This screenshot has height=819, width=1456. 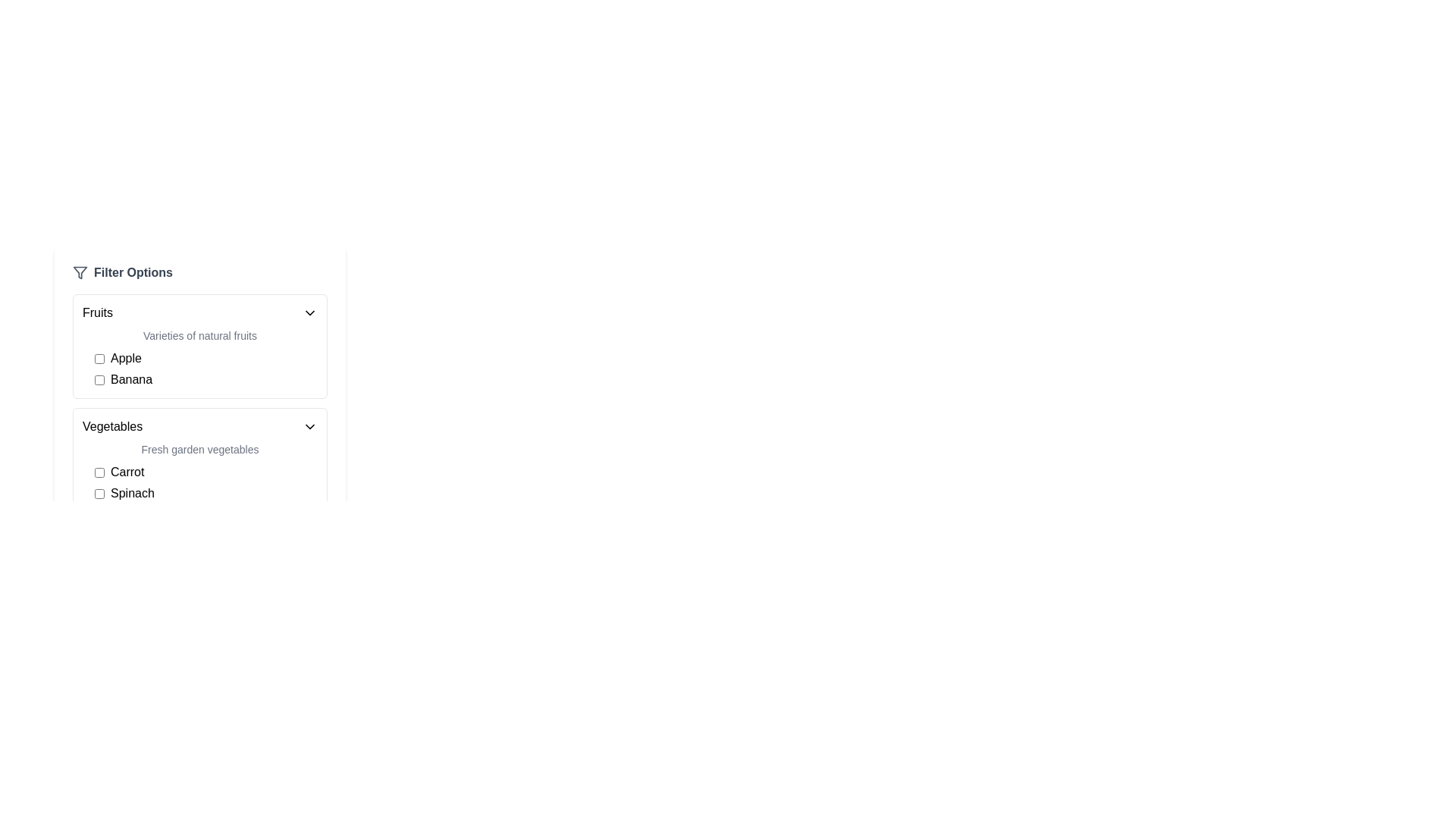 What do you see at coordinates (99, 379) in the screenshot?
I see `the checkbox located to the left of the text label 'Banana' in the 'Fruits' section` at bounding box center [99, 379].